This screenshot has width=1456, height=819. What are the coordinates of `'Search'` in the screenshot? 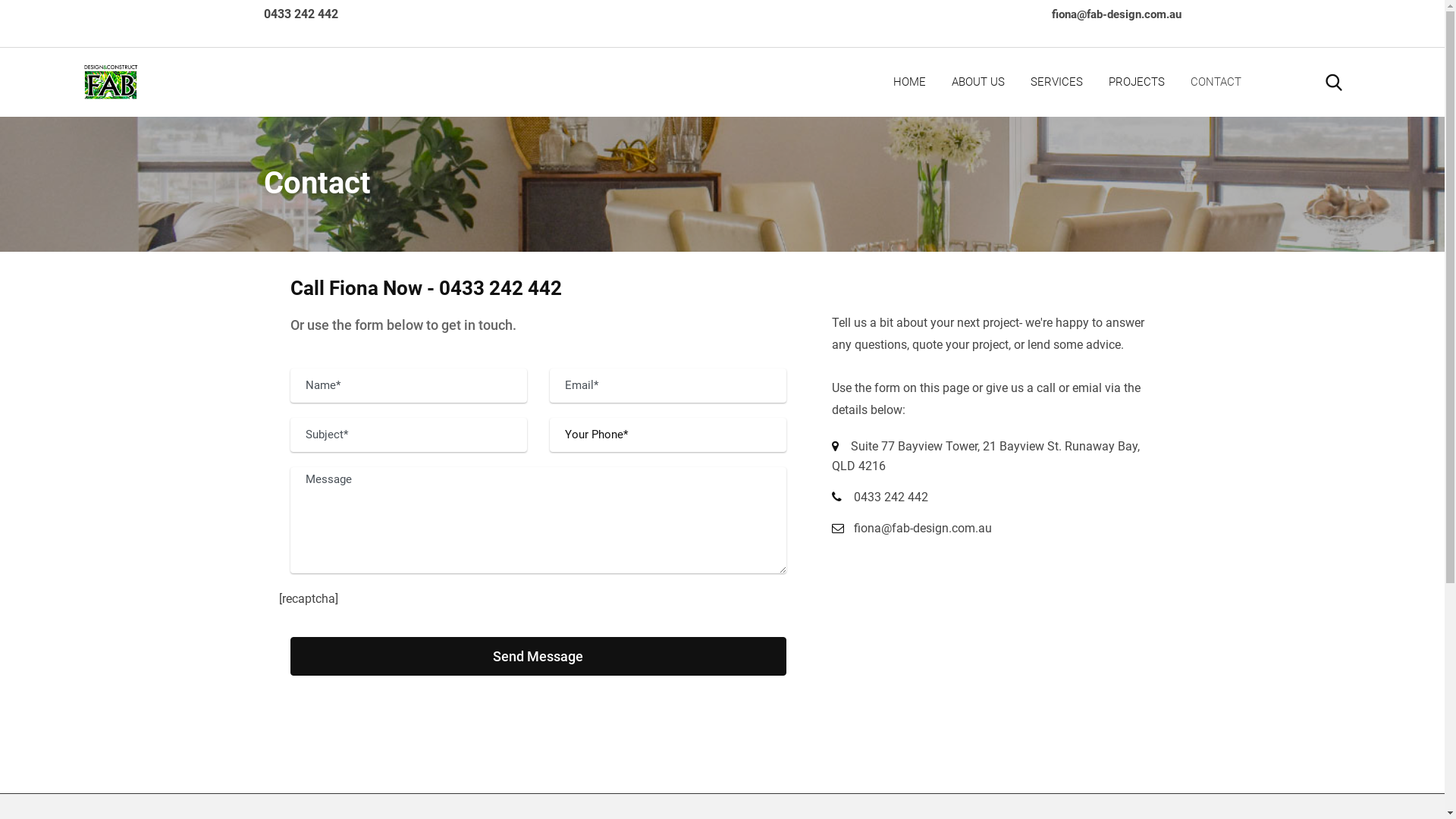 It's located at (1332, 82).